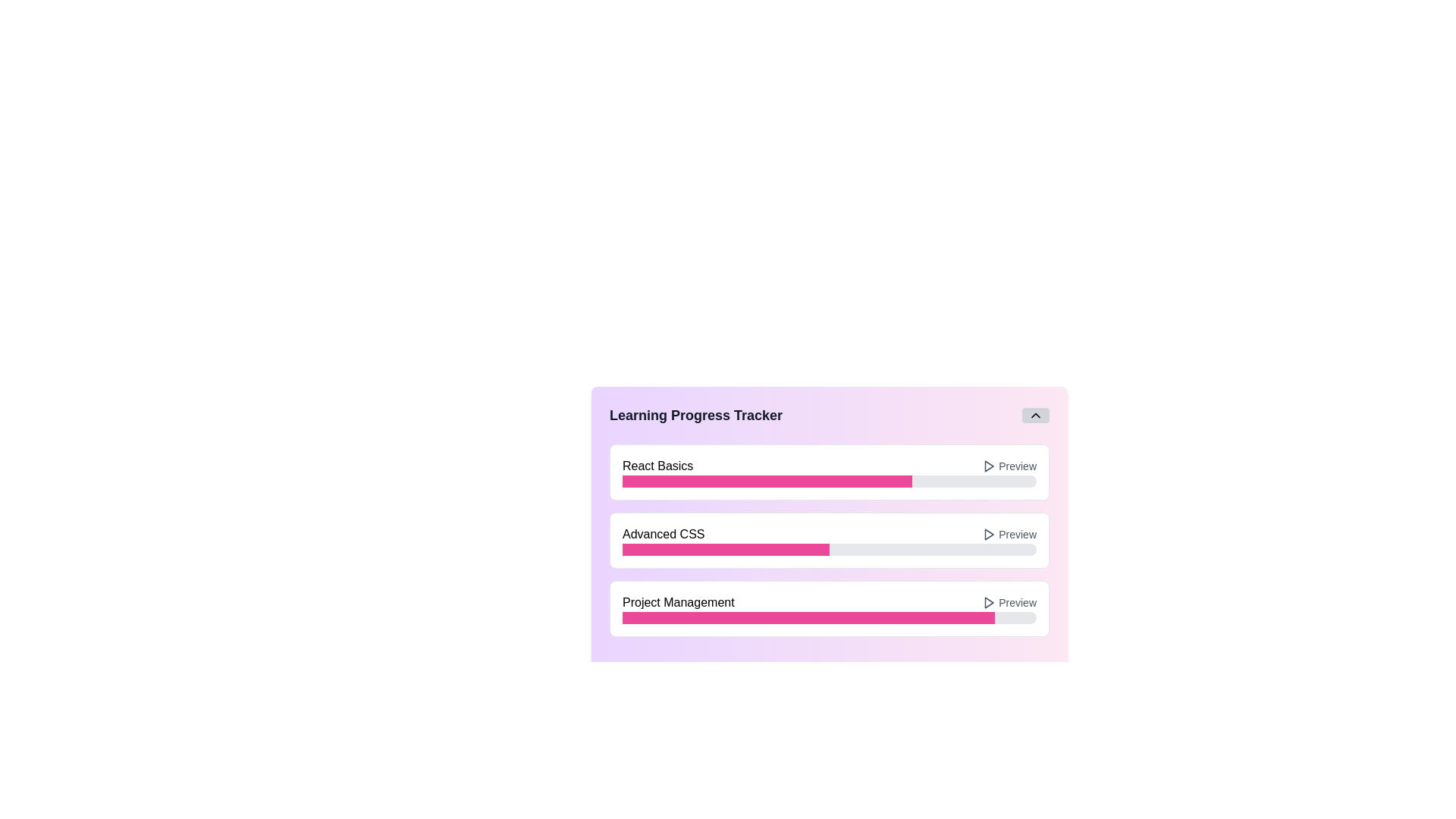 This screenshot has width=1456, height=819. Describe the element at coordinates (829, 514) in the screenshot. I see `the progress bar that visually tracks the user's progress in the 'Advanced CSS' module for interaction` at that location.